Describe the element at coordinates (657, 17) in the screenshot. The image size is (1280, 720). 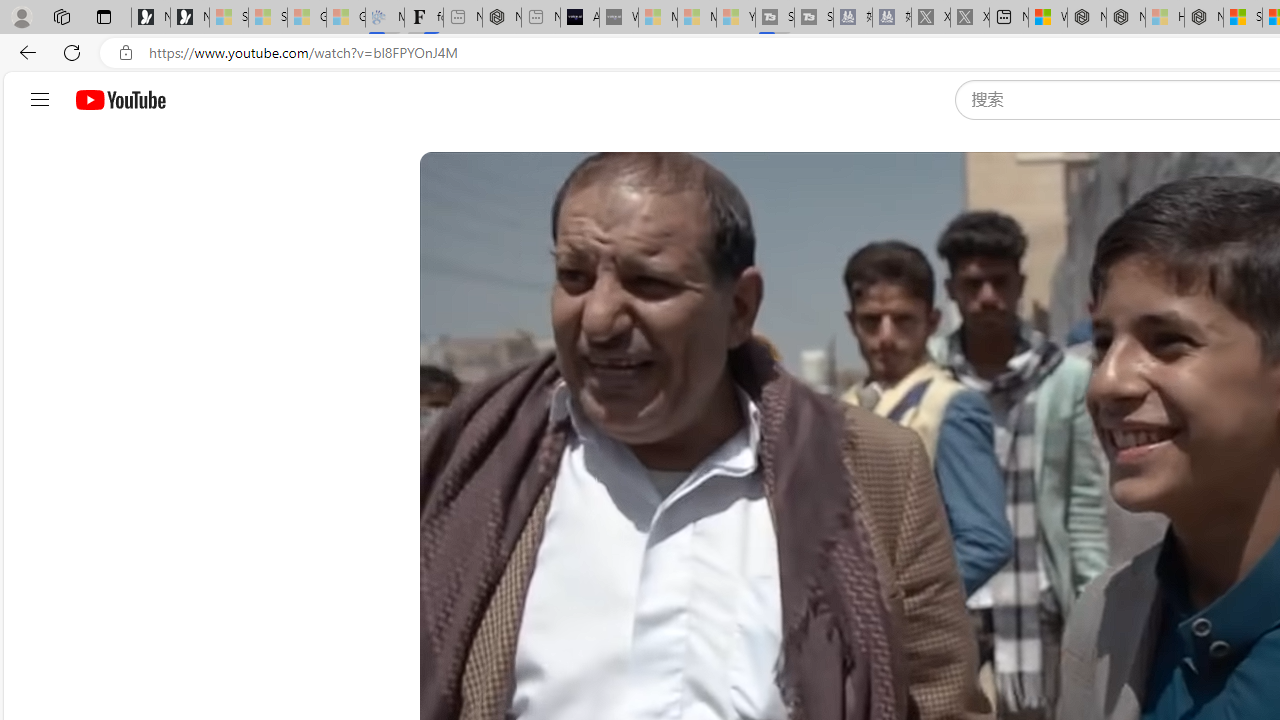
I see `'Microsoft Start Sports - Sleeping'` at that location.